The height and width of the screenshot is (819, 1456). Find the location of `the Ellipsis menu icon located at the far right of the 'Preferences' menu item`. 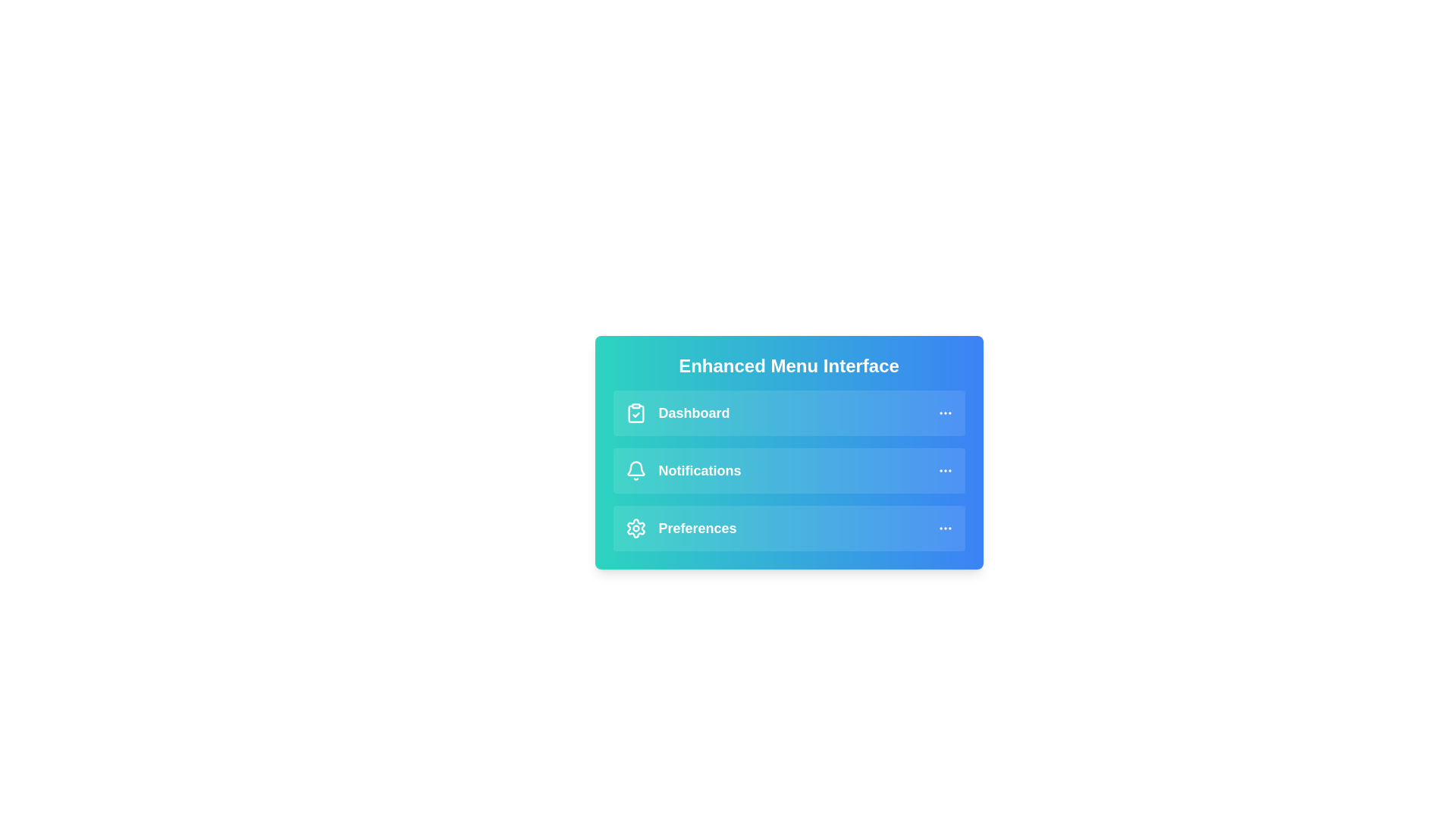

the Ellipsis menu icon located at the far right of the 'Preferences' menu item is located at coordinates (944, 528).